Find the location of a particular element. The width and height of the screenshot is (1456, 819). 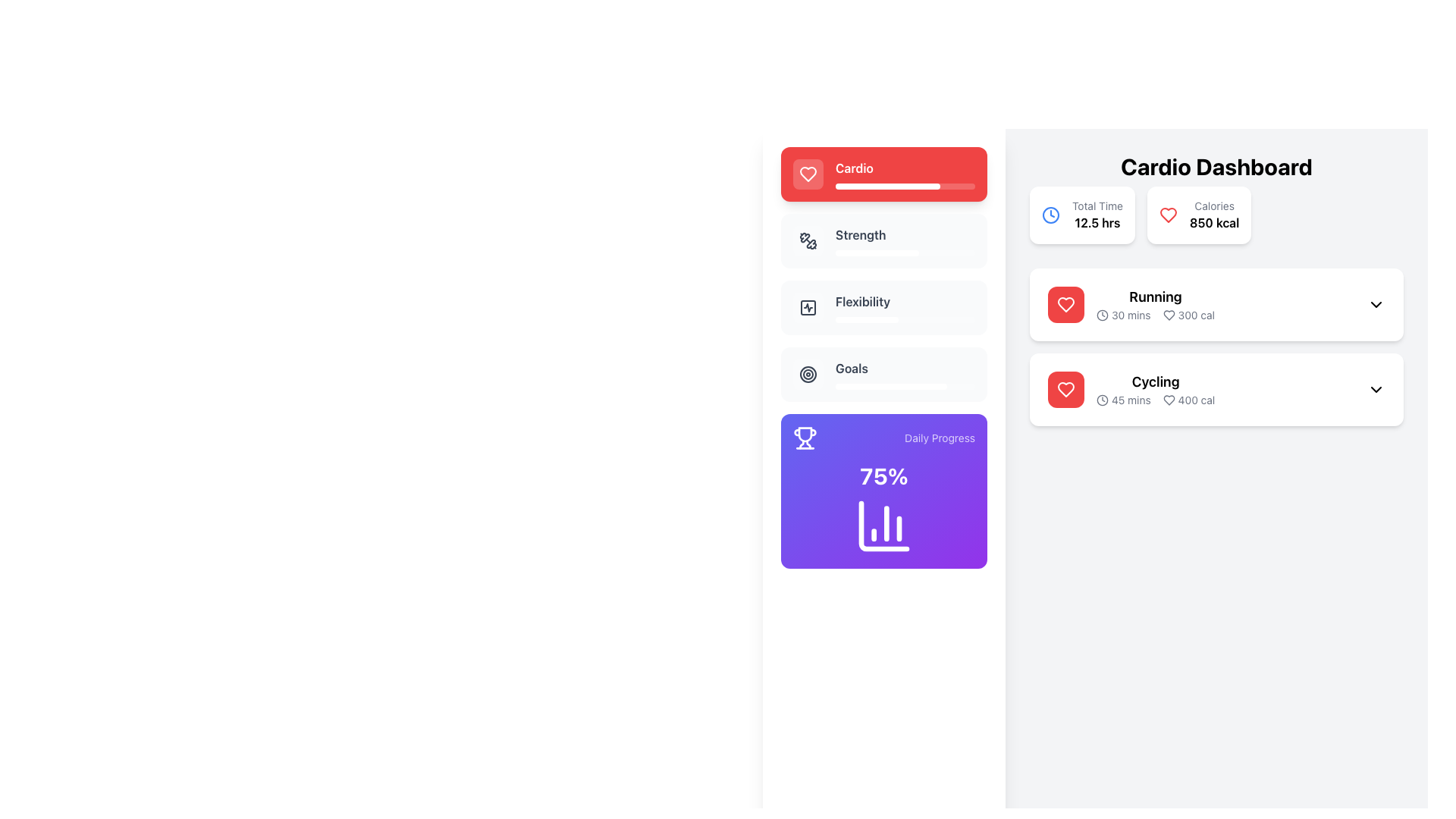

the heart icon representing health or fitness, located in the first row of the vertical list associated with 'Running' activity details is located at coordinates (807, 174).